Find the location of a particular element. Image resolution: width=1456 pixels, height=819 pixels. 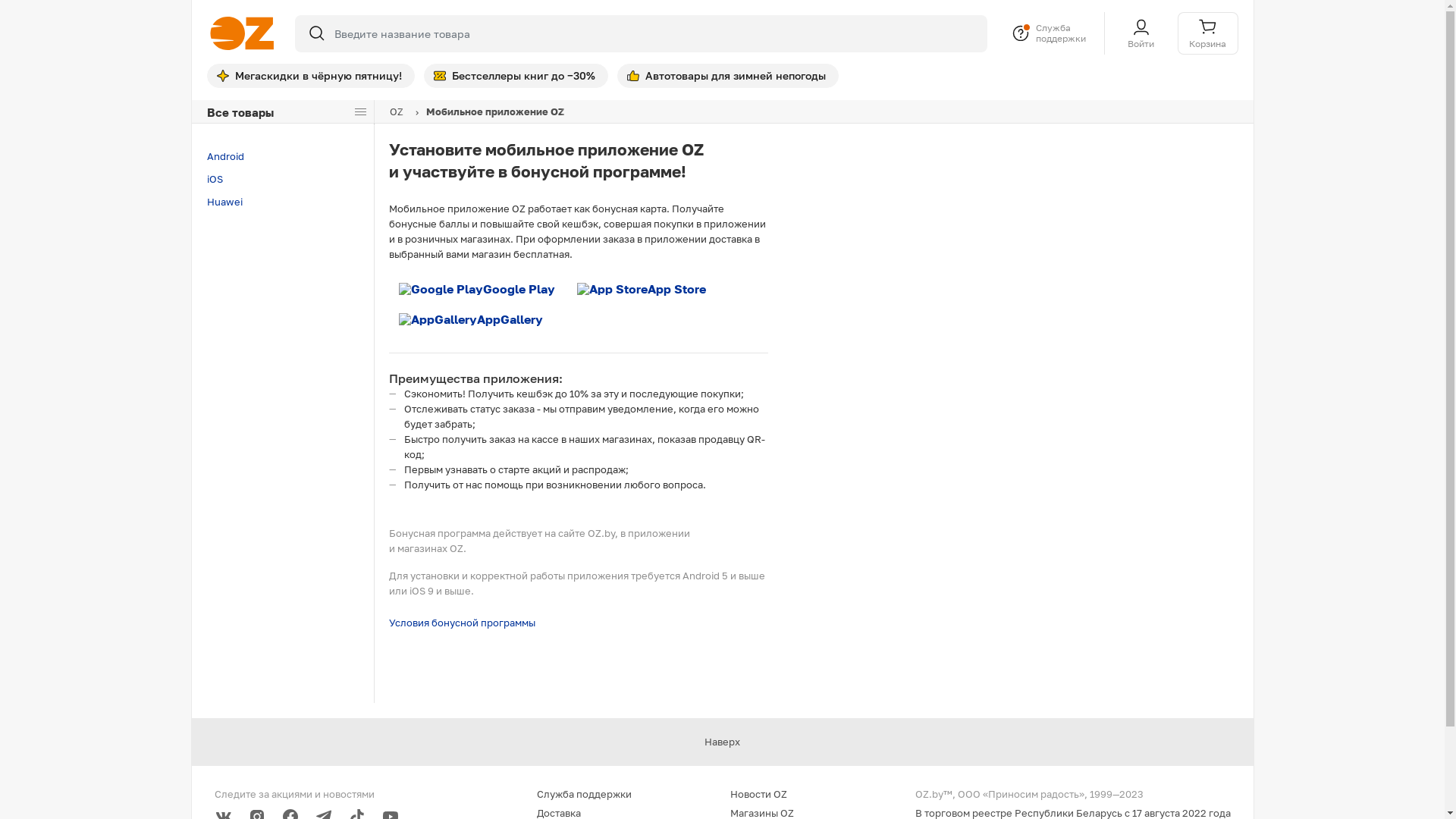

'Google Play' is located at coordinates (475, 289).